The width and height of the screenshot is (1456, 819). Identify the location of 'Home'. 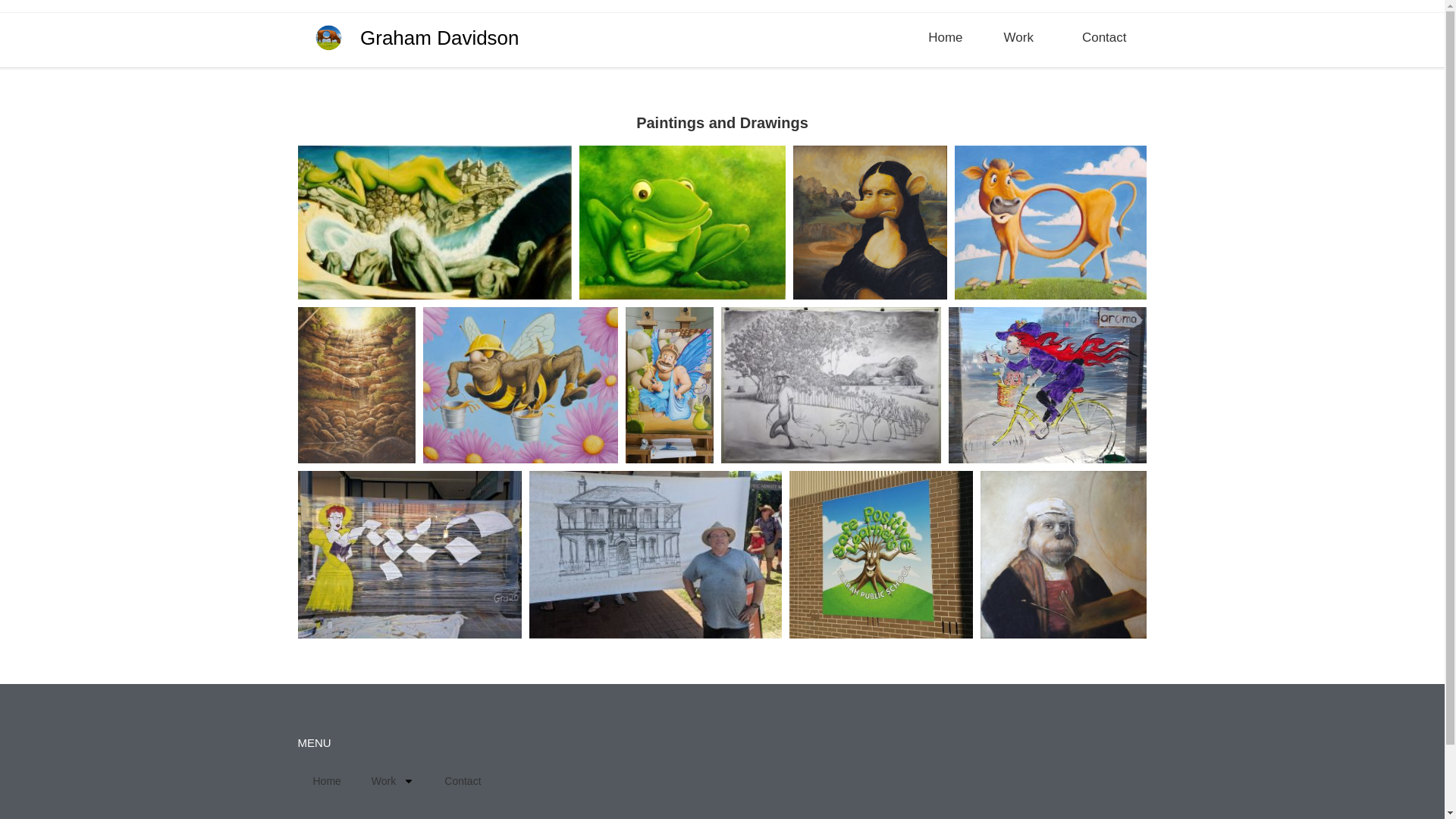
(944, 37).